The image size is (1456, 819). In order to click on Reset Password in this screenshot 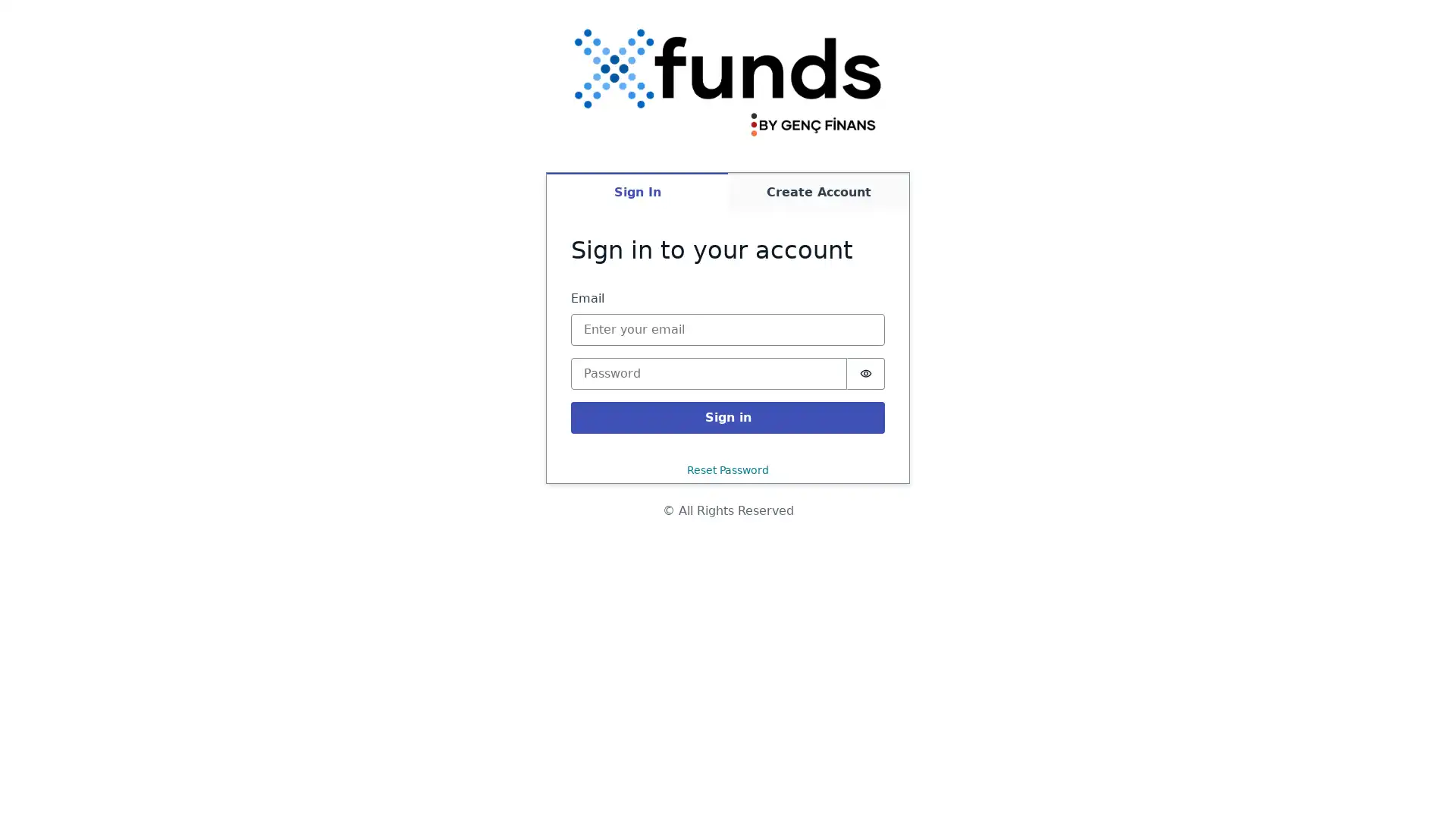, I will do `click(728, 469)`.